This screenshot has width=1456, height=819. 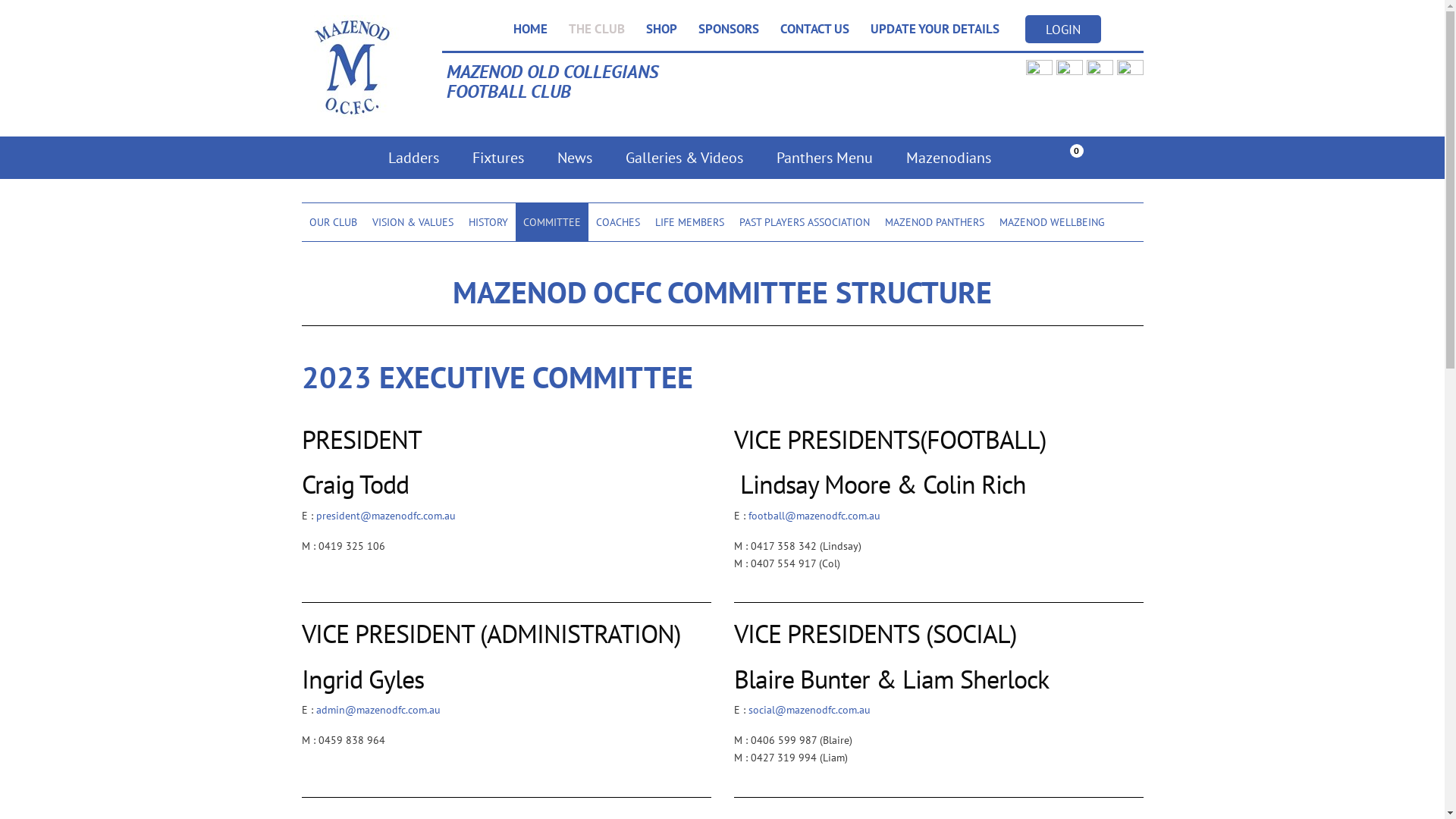 What do you see at coordinates (529, 29) in the screenshot?
I see `'HOME'` at bounding box center [529, 29].